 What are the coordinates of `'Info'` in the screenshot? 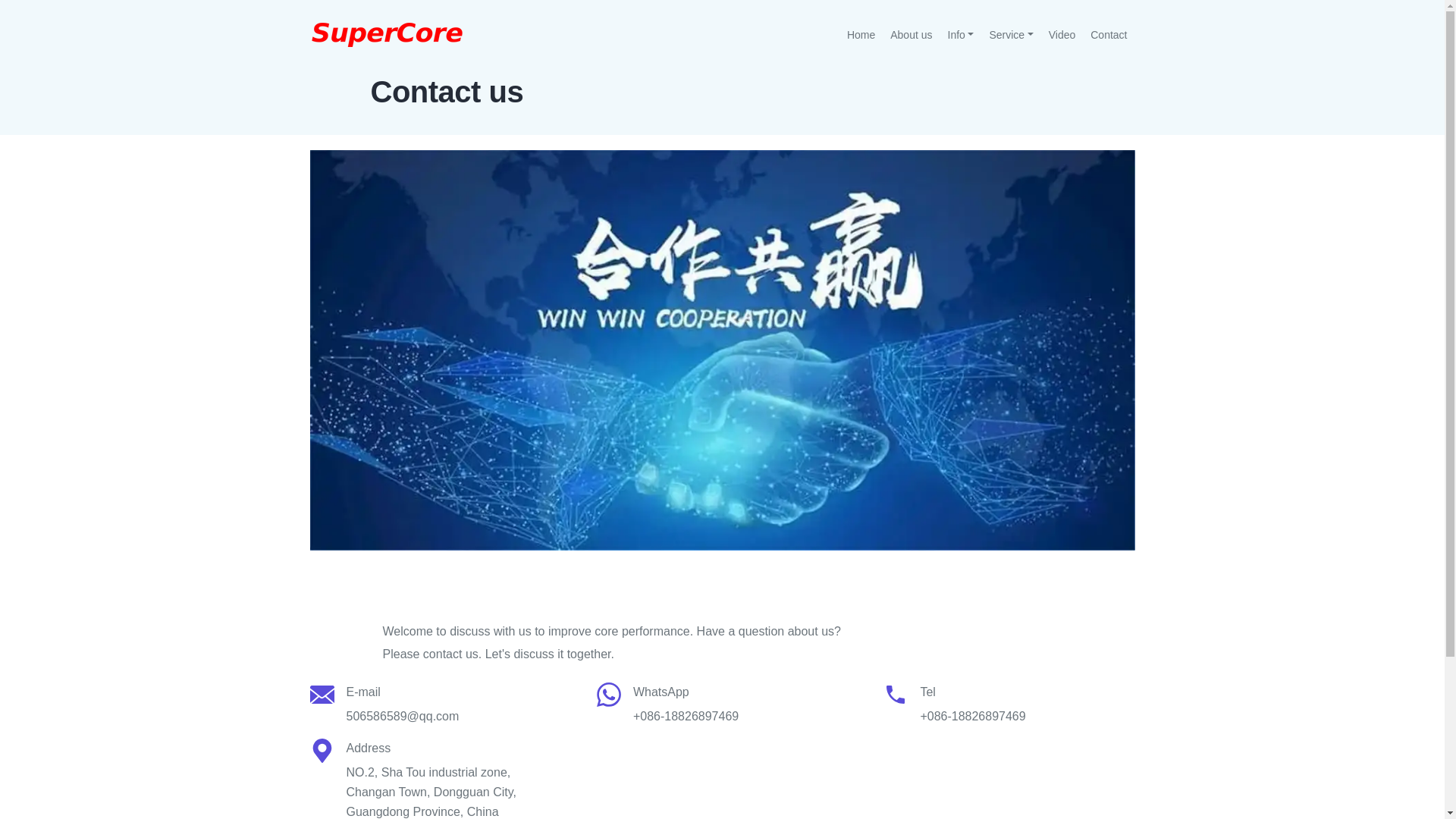 It's located at (960, 34).